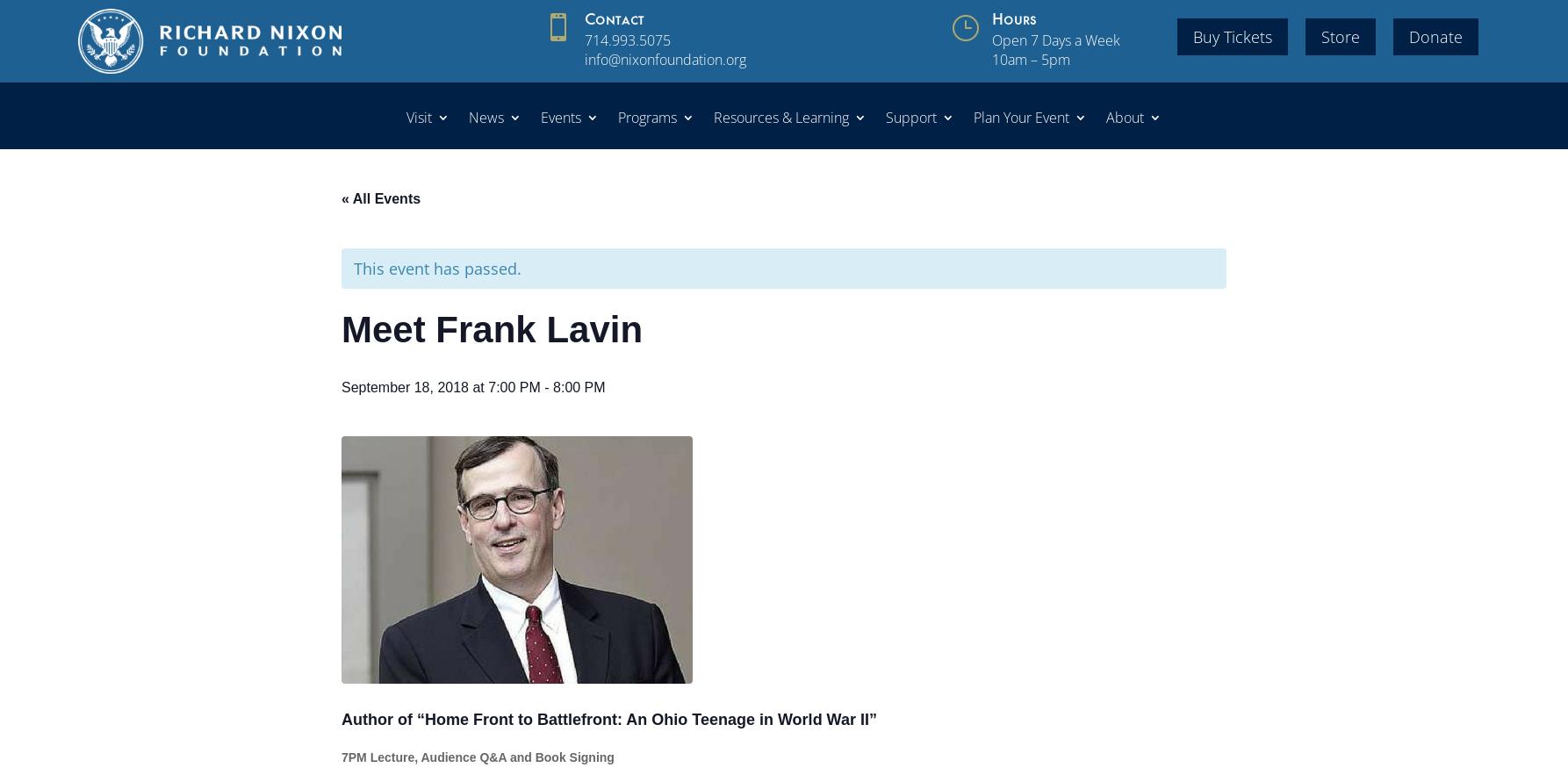 This screenshot has height=782, width=1568. I want to click on 'Weddings', so click(1029, 185).